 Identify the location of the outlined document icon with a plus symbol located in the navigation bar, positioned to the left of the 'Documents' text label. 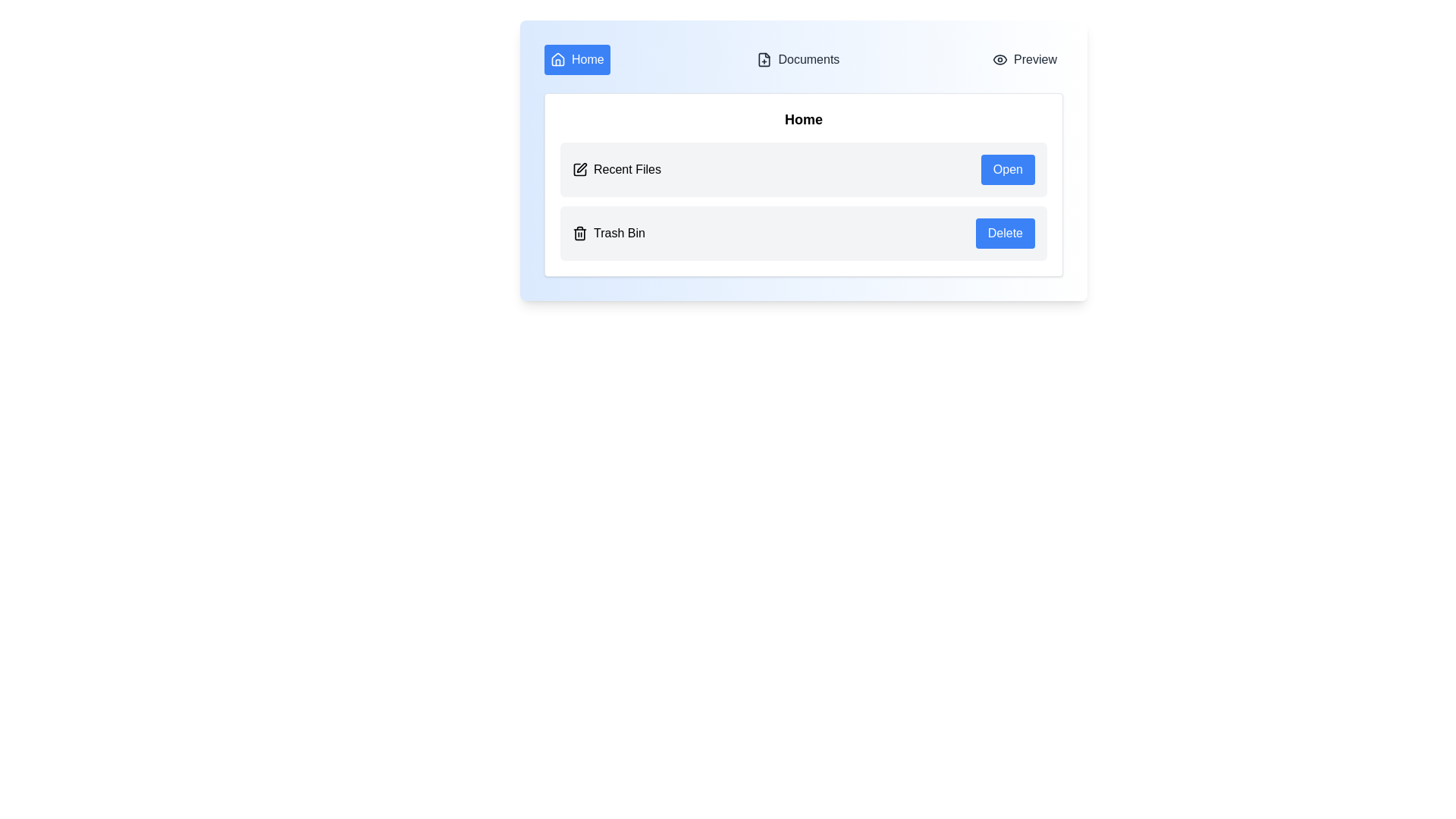
(764, 58).